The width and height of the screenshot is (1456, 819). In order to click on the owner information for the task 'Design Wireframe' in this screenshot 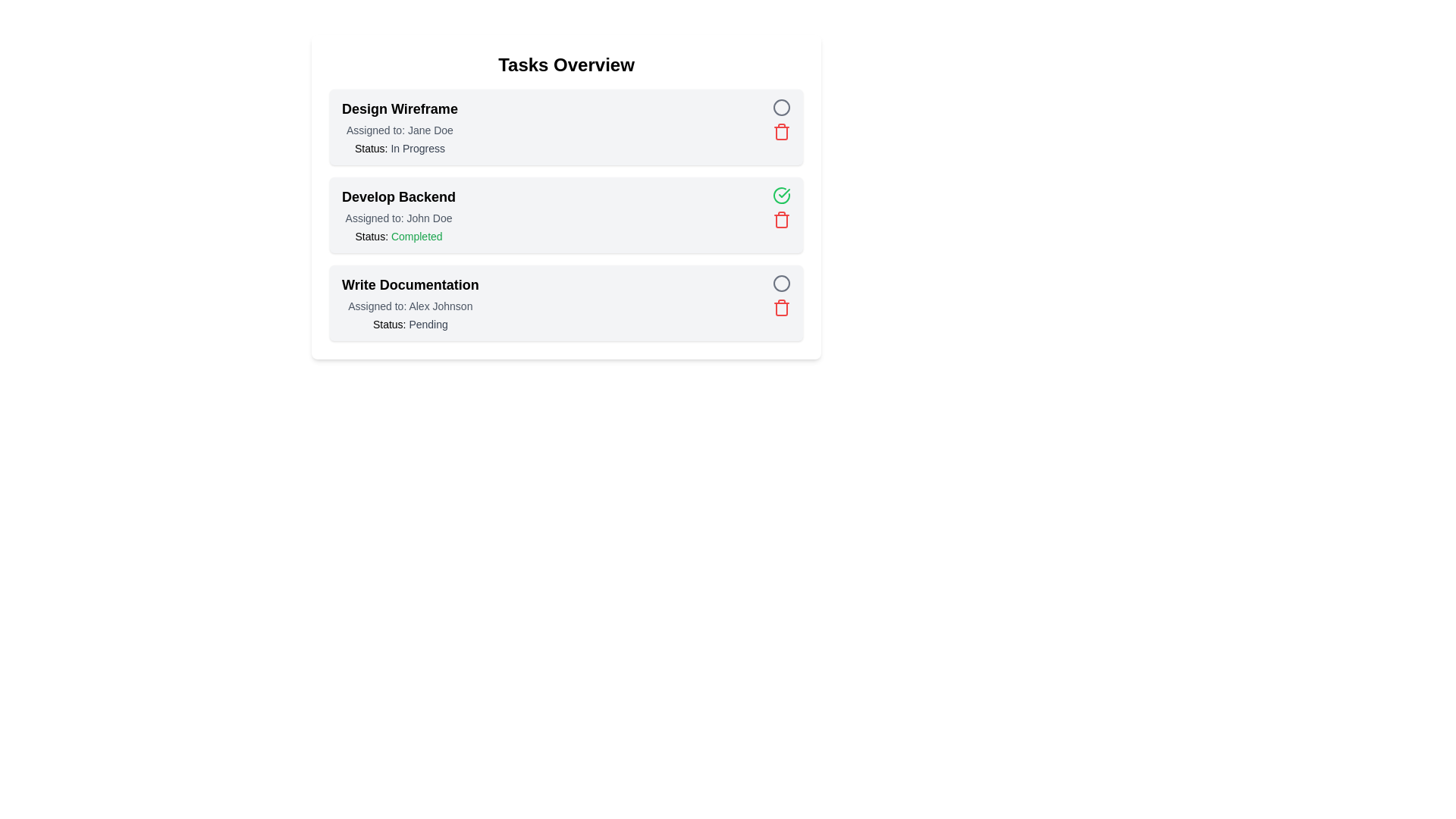, I will do `click(400, 130)`.